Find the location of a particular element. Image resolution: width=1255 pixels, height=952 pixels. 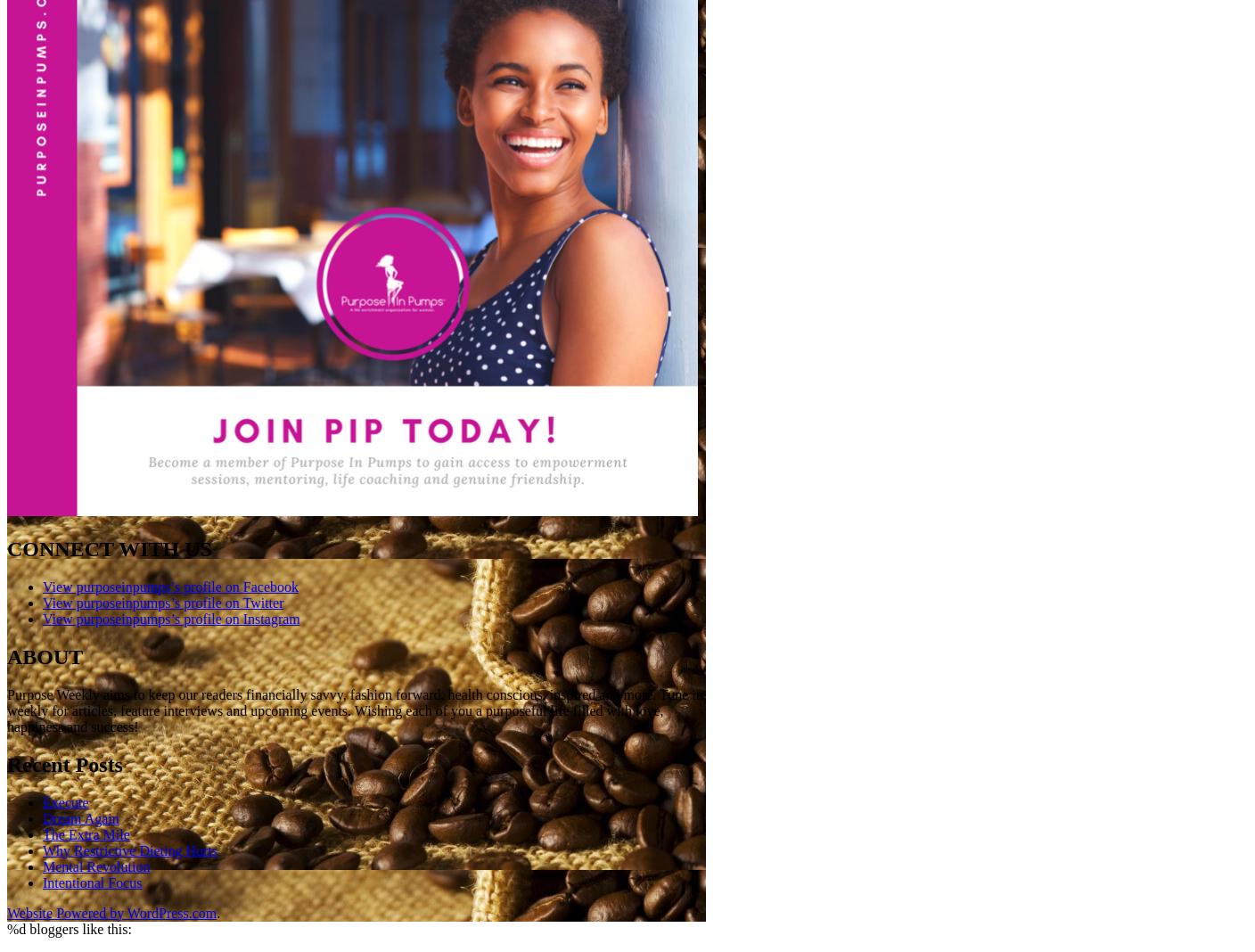

'The Extra Mile' is located at coordinates (86, 833).